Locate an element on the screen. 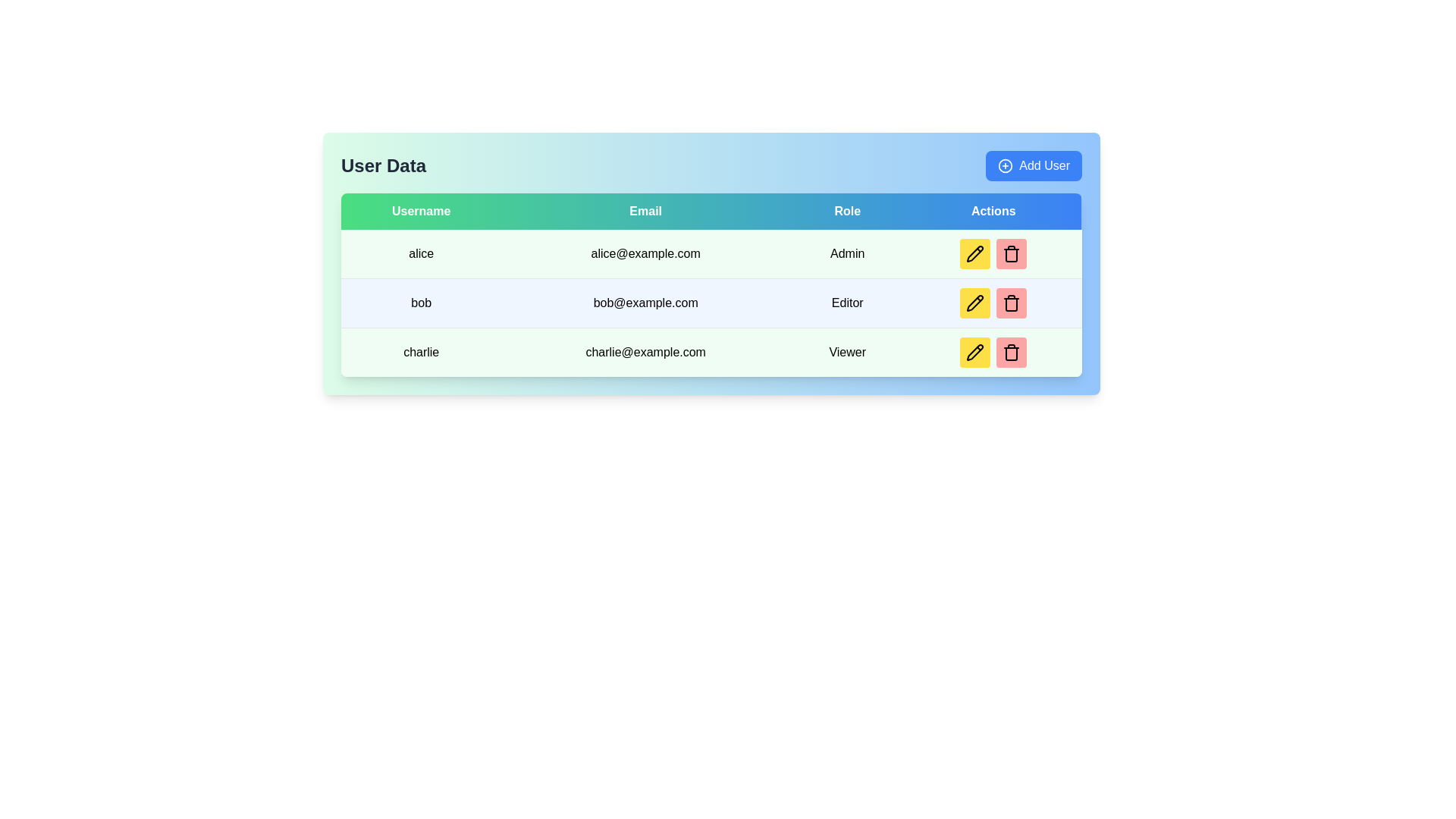 Image resolution: width=1456 pixels, height=819 pixels. the Label indicating the role assigned to the user 'charlie' located in the third row of the table in the 'Role' column is located at coordinates (846, 352).